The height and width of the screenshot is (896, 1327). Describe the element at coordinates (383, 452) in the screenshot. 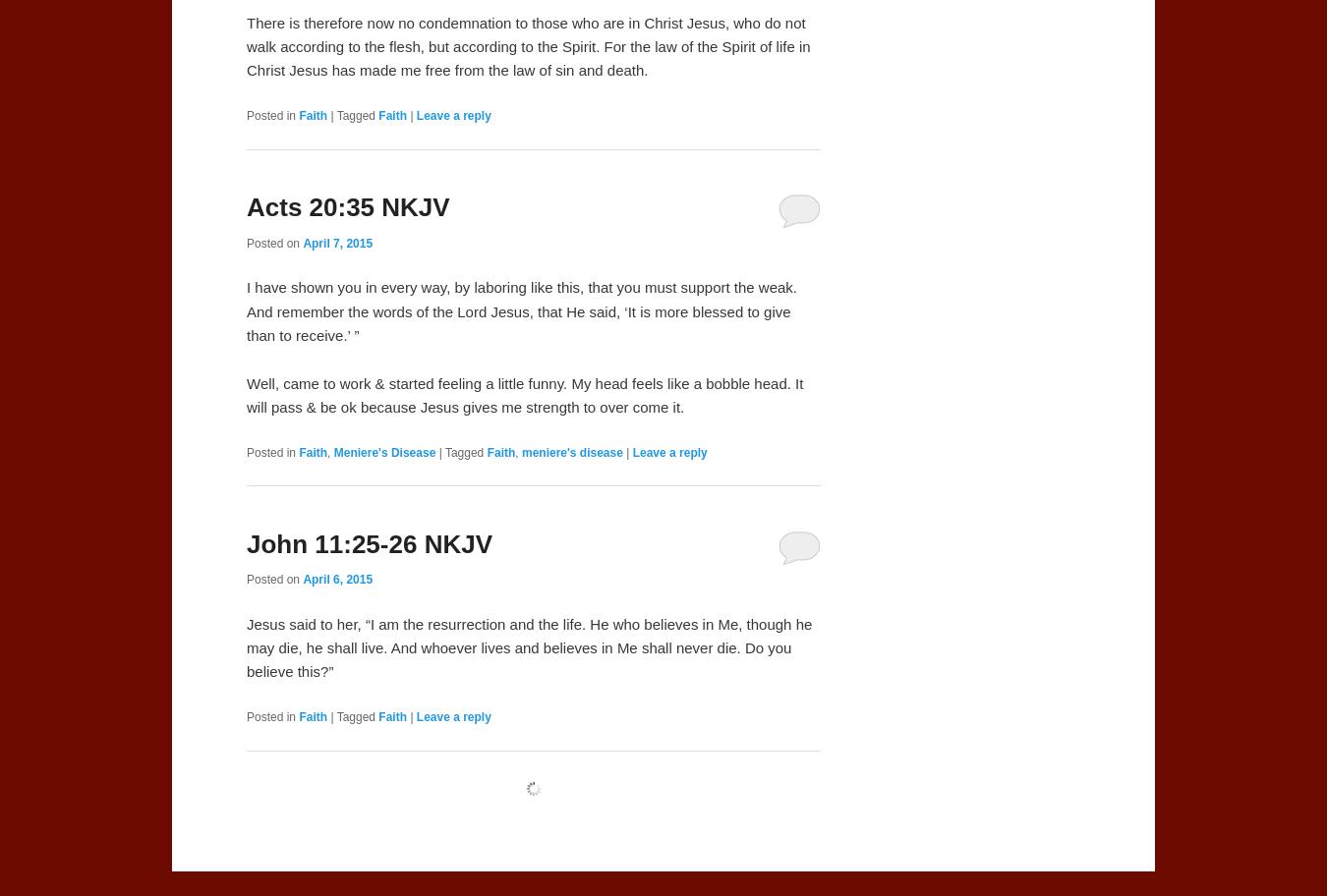

I see `'Meniere's Disease'` at that location.